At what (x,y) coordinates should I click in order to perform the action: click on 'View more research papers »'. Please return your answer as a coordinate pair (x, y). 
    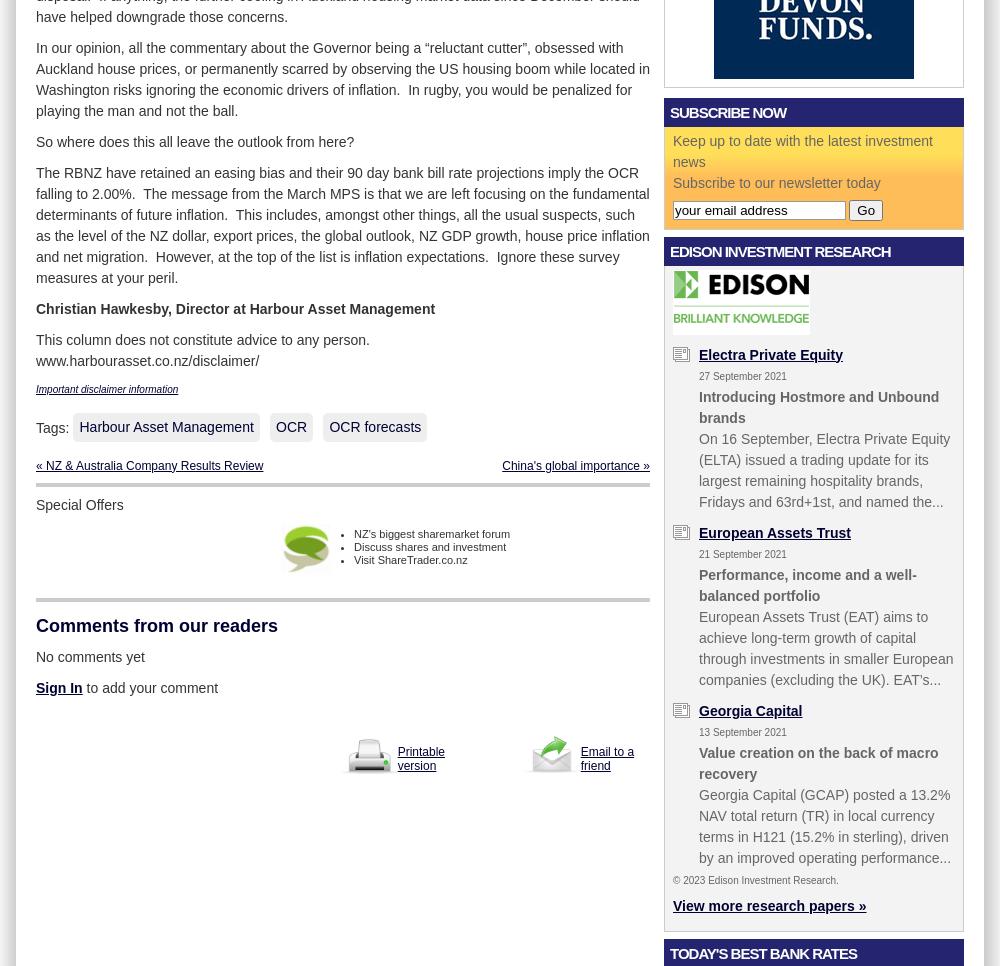
    Looking at the image, I should click on (769, 904).